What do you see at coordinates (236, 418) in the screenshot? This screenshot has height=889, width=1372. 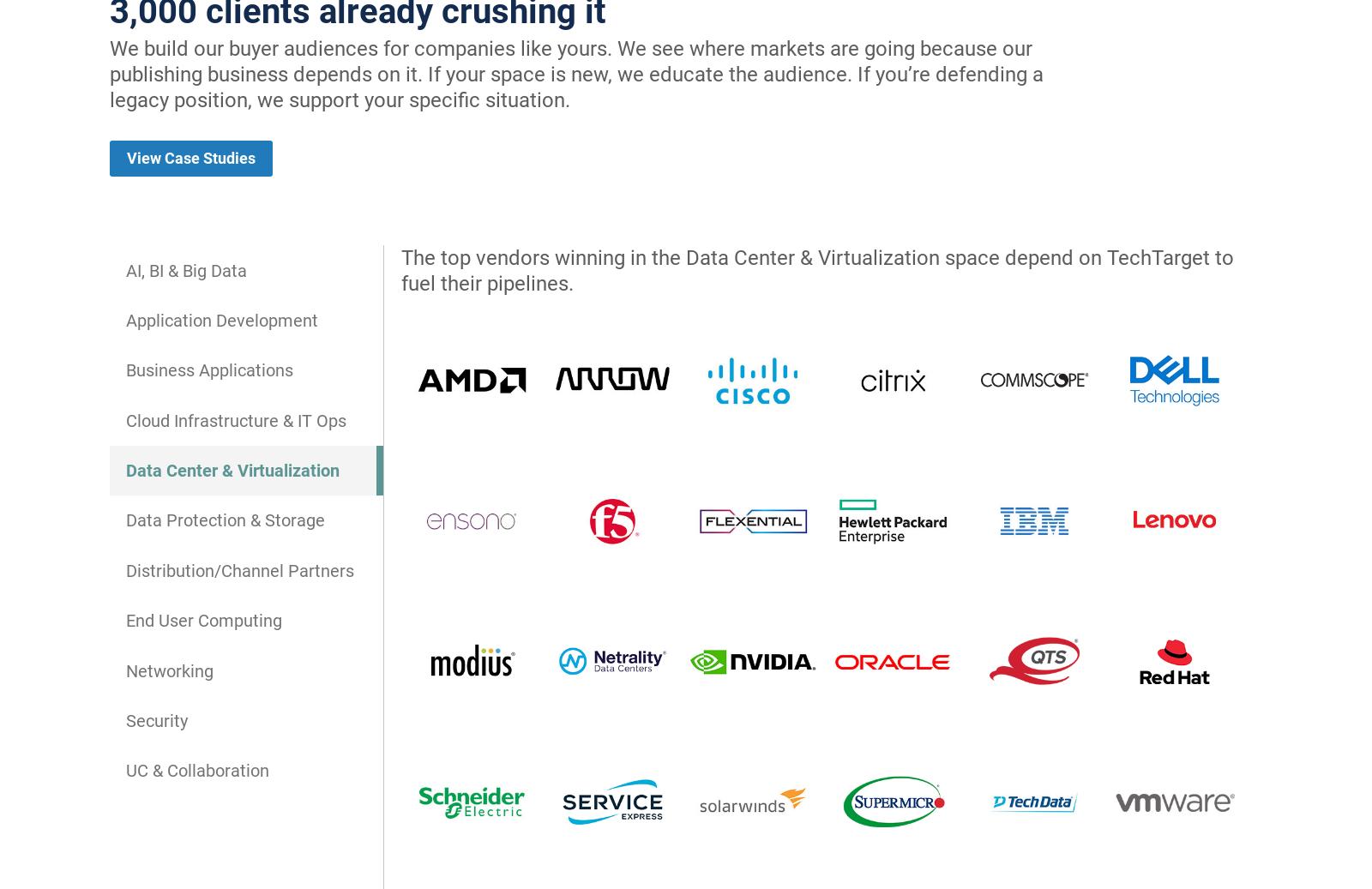 I see `'Cloud Infrastructure & IT Ops'` at bounding box center [236, 418].